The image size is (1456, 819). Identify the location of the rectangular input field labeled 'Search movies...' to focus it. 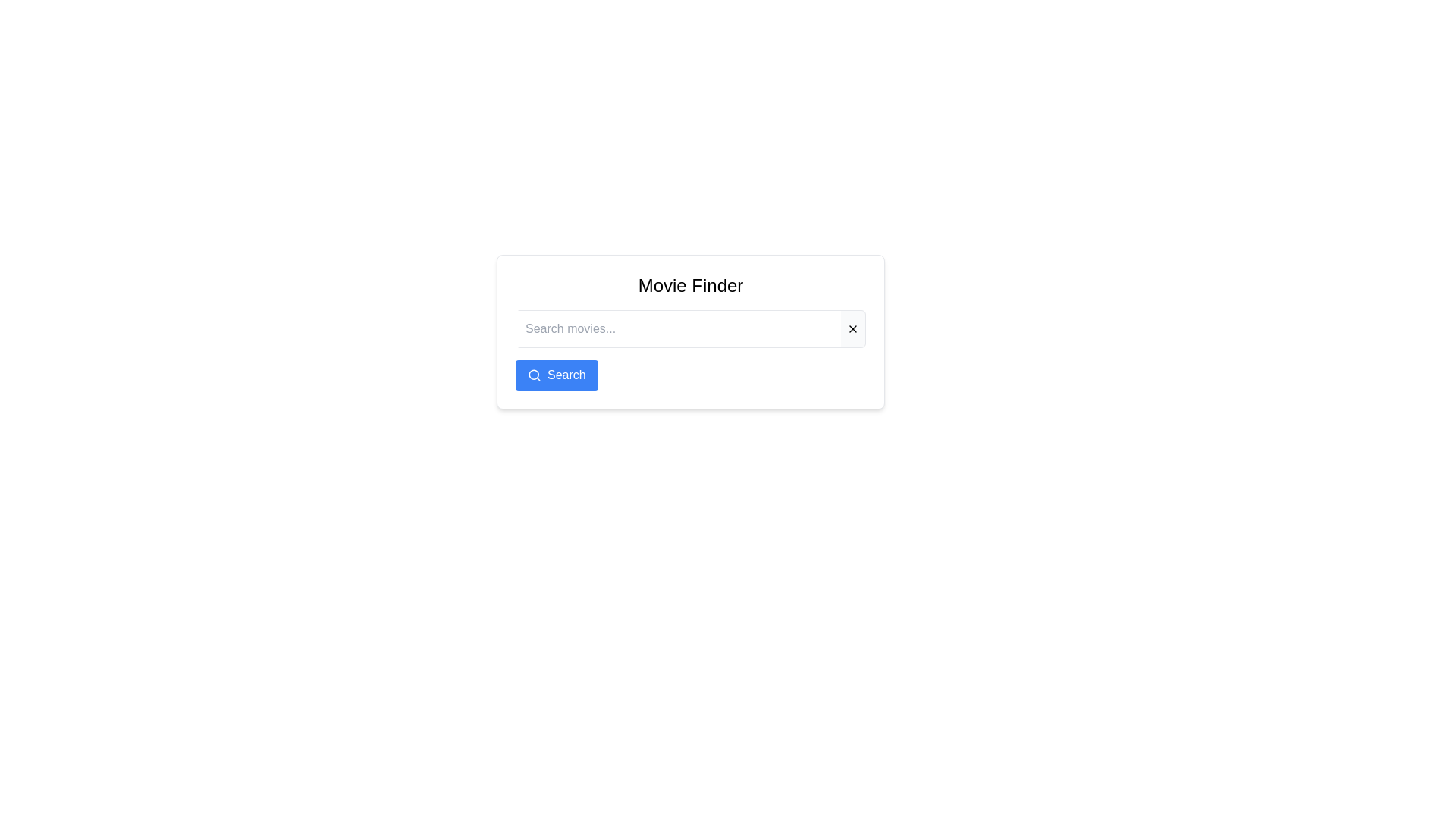
(690, 328).